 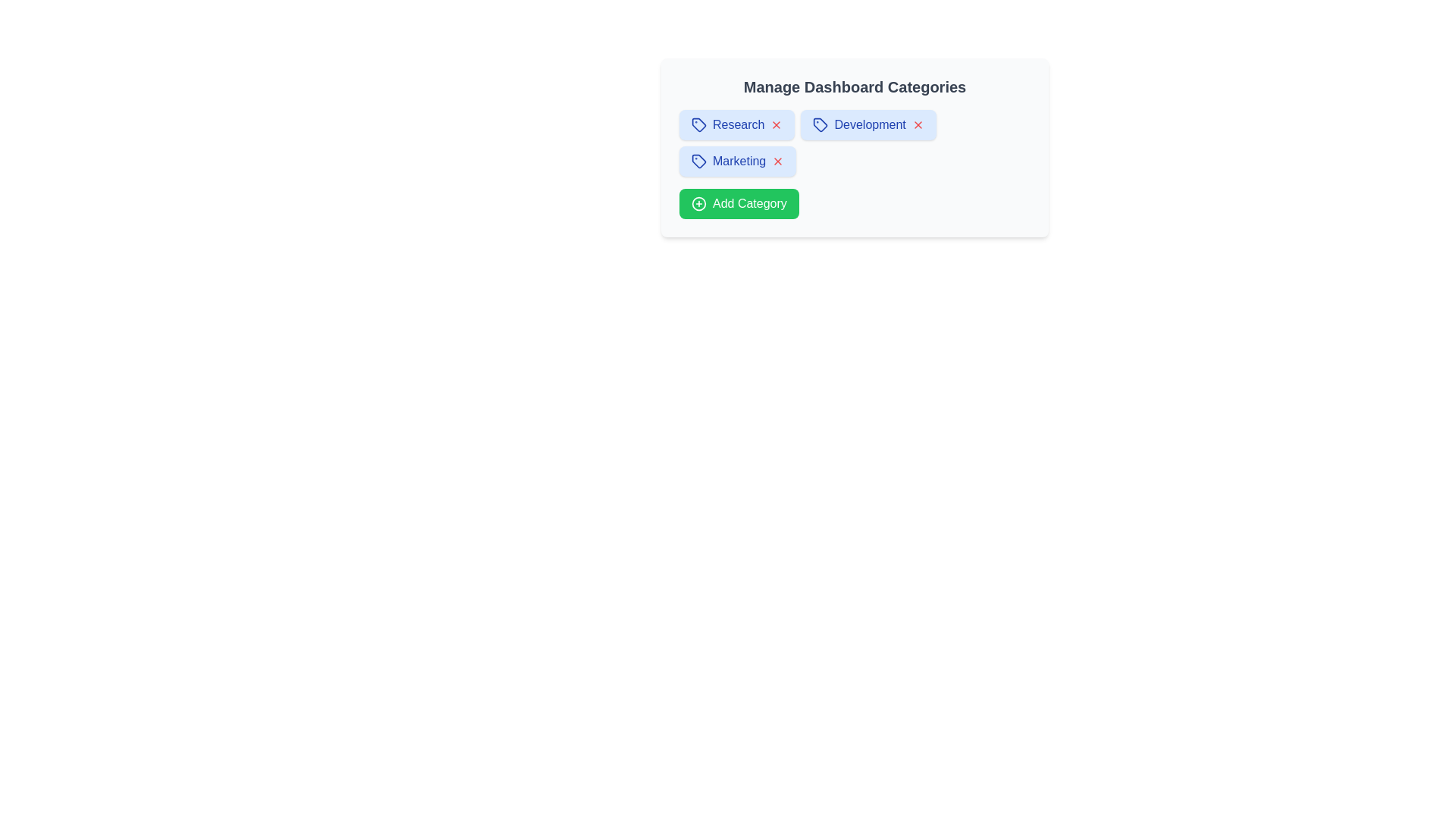 I want to click on 'X' icon on the chip corresponding to the category Development, so click(x=917, y=124).